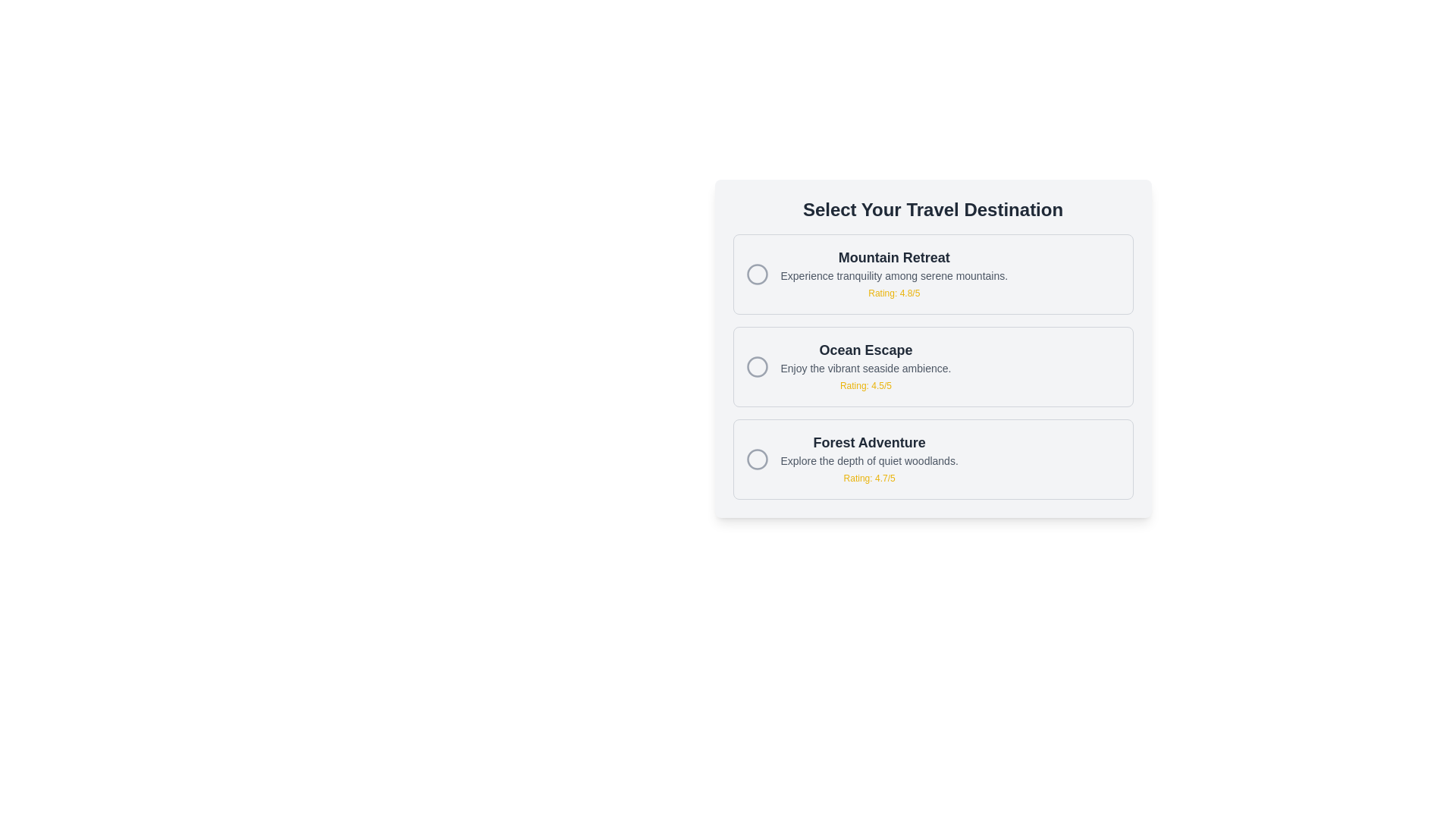 This screenshot has width=1456, height=819. What do you see at coordinates (757, 366) in the screenshot?
I see `the circular radio button with a gray border located in the middle of the second card labeled 'Ocean Escape'` at bounding box center [757, 366].